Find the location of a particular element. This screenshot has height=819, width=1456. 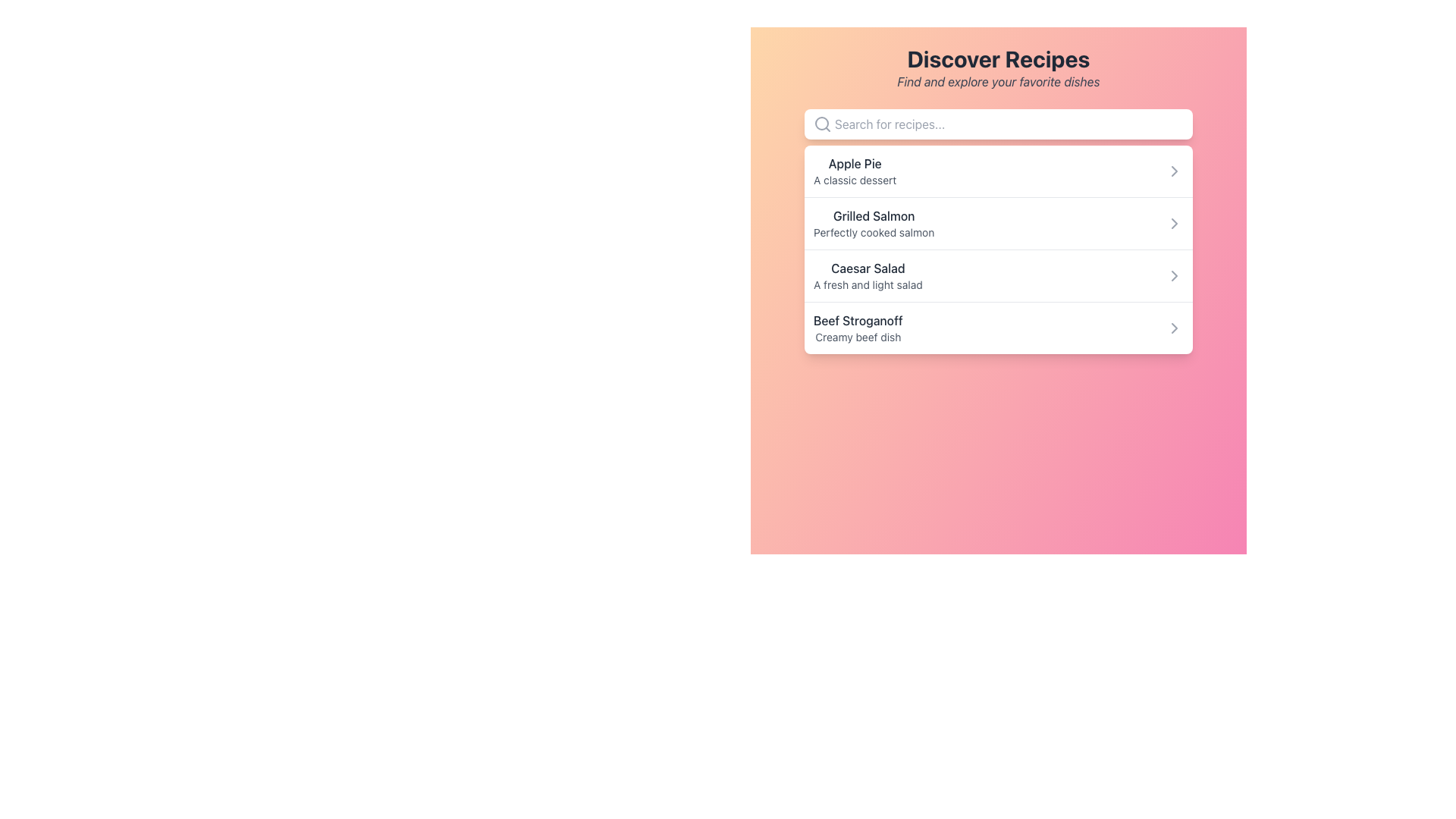

the decorative circle element that indicates the purpose of the search input field, which is part of the magnifying glass icon is located at coordinates (821, 122).